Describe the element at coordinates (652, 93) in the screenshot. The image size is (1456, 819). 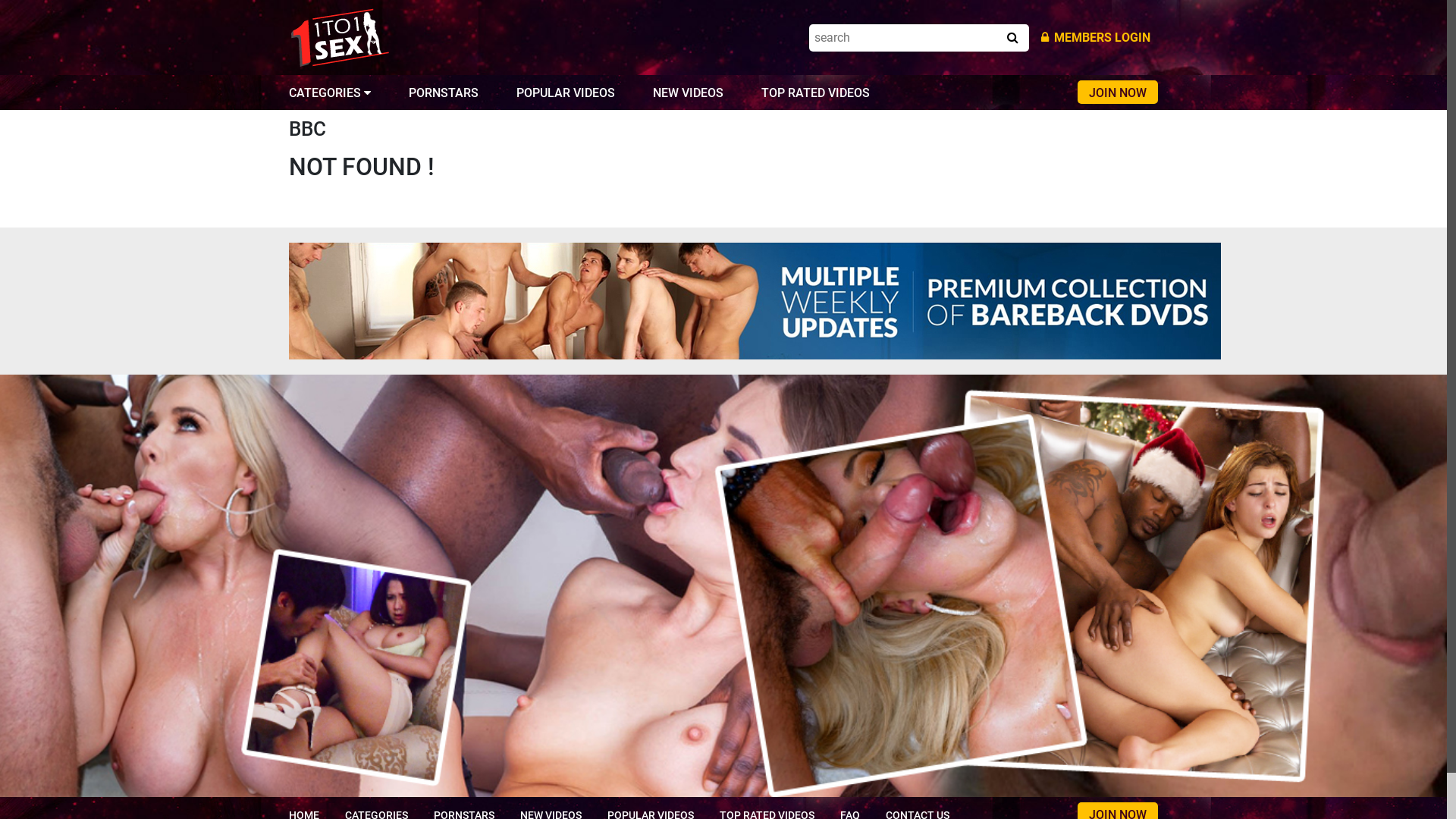
I see `'NEW VIDEOS'` at that location.